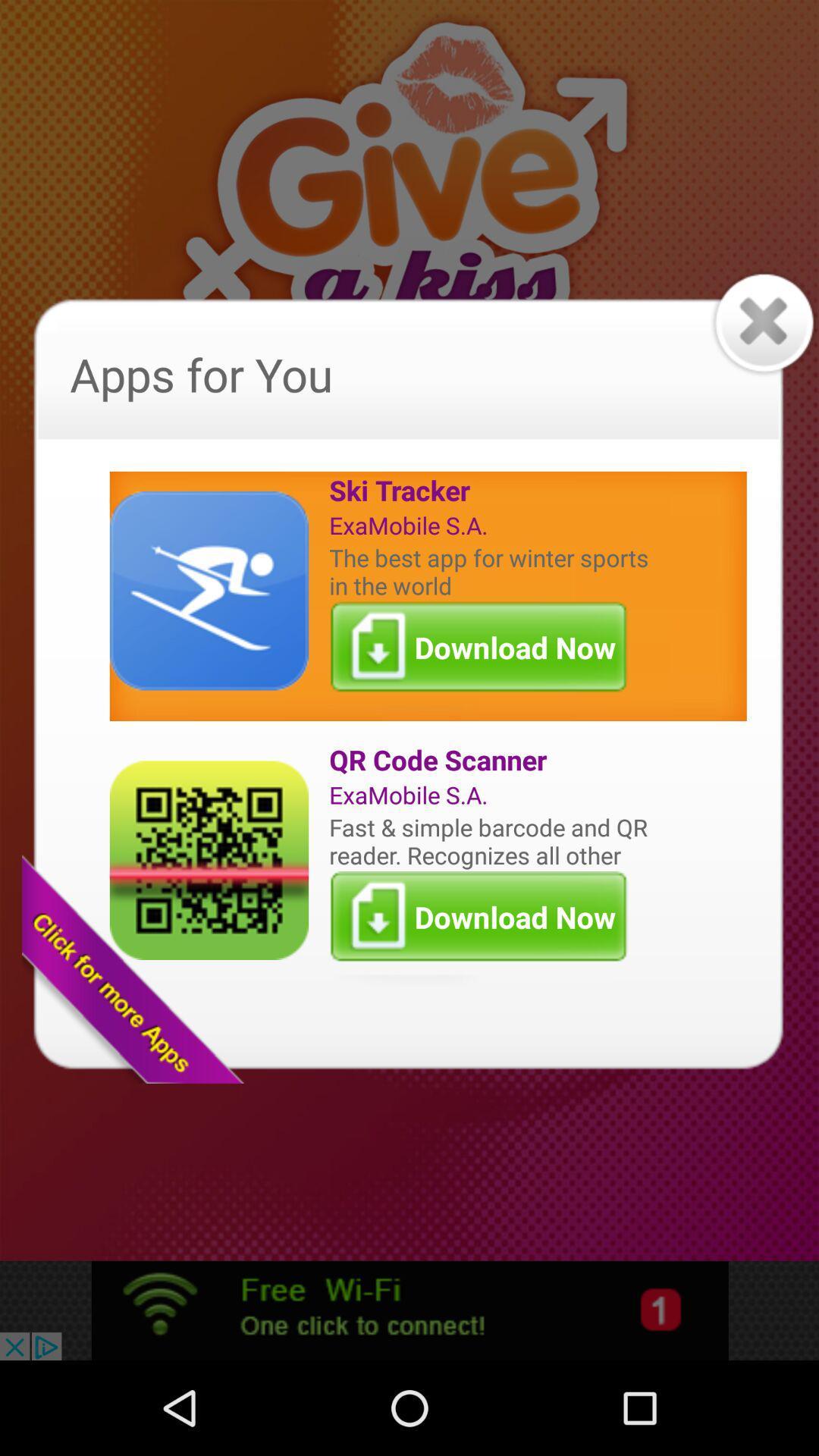  What do you see at coordinates (492, 840) in the screenshot?
I see `the app below the examobile s.a. app` at bounding box center [492, 840].